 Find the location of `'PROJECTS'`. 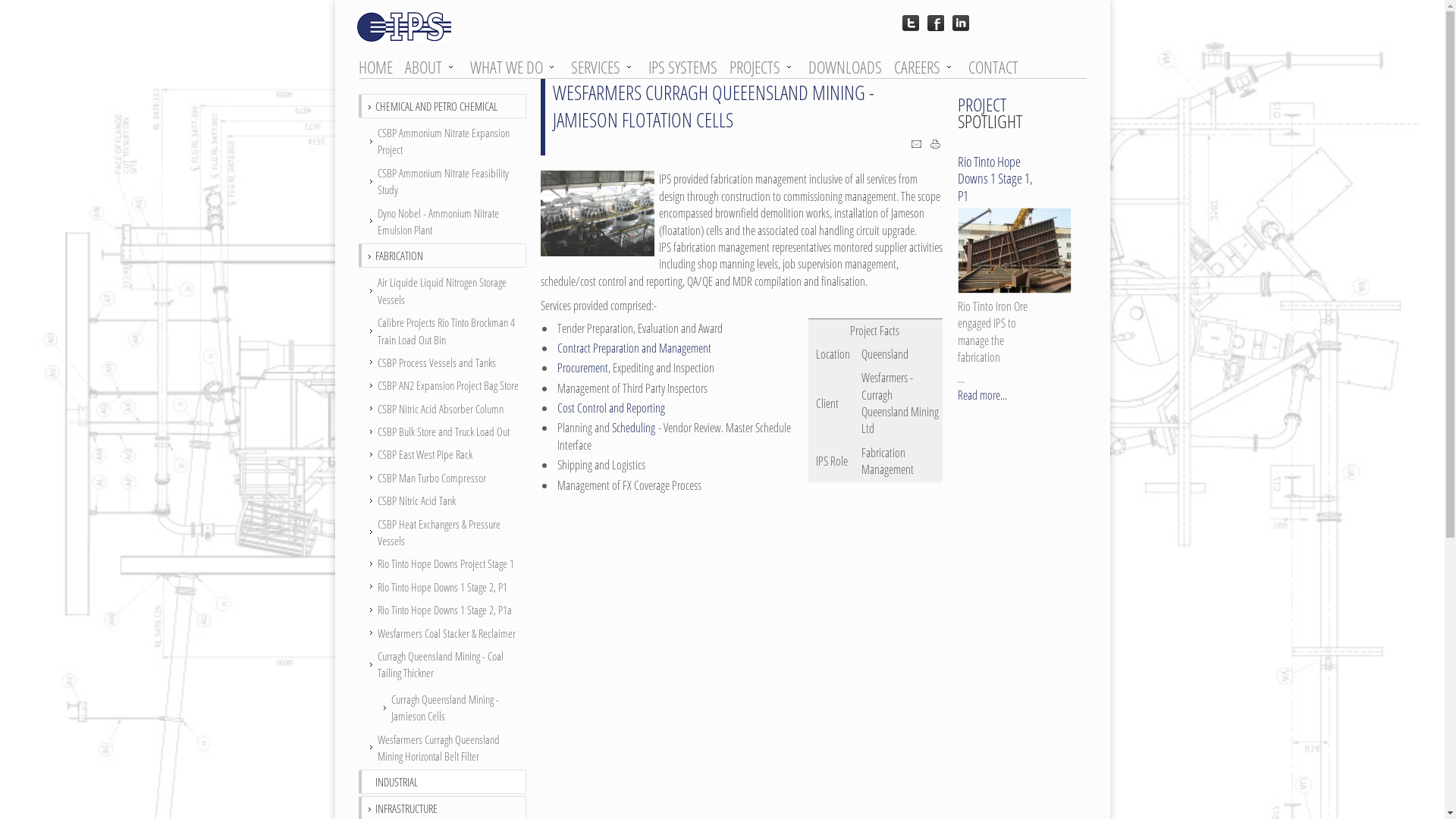

'PROJECTS' is located at coordinates (761, 66).